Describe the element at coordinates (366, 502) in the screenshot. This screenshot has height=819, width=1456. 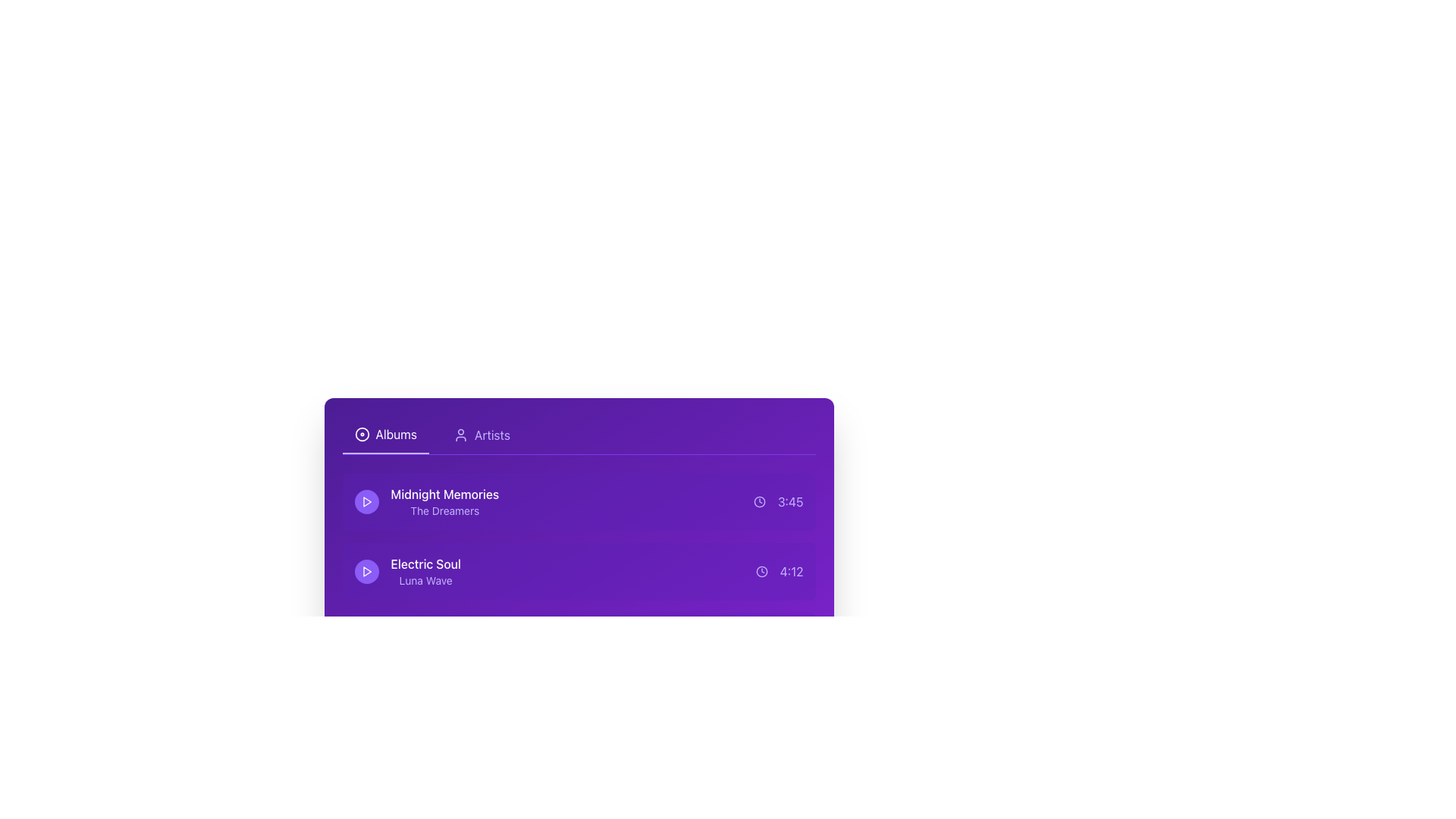
I see `the SVG play icon resembling a 'play' button, which is centrally located within a circular button to the left of the track listing 'Electric Soul' by 'Luna Wave'` at that location.